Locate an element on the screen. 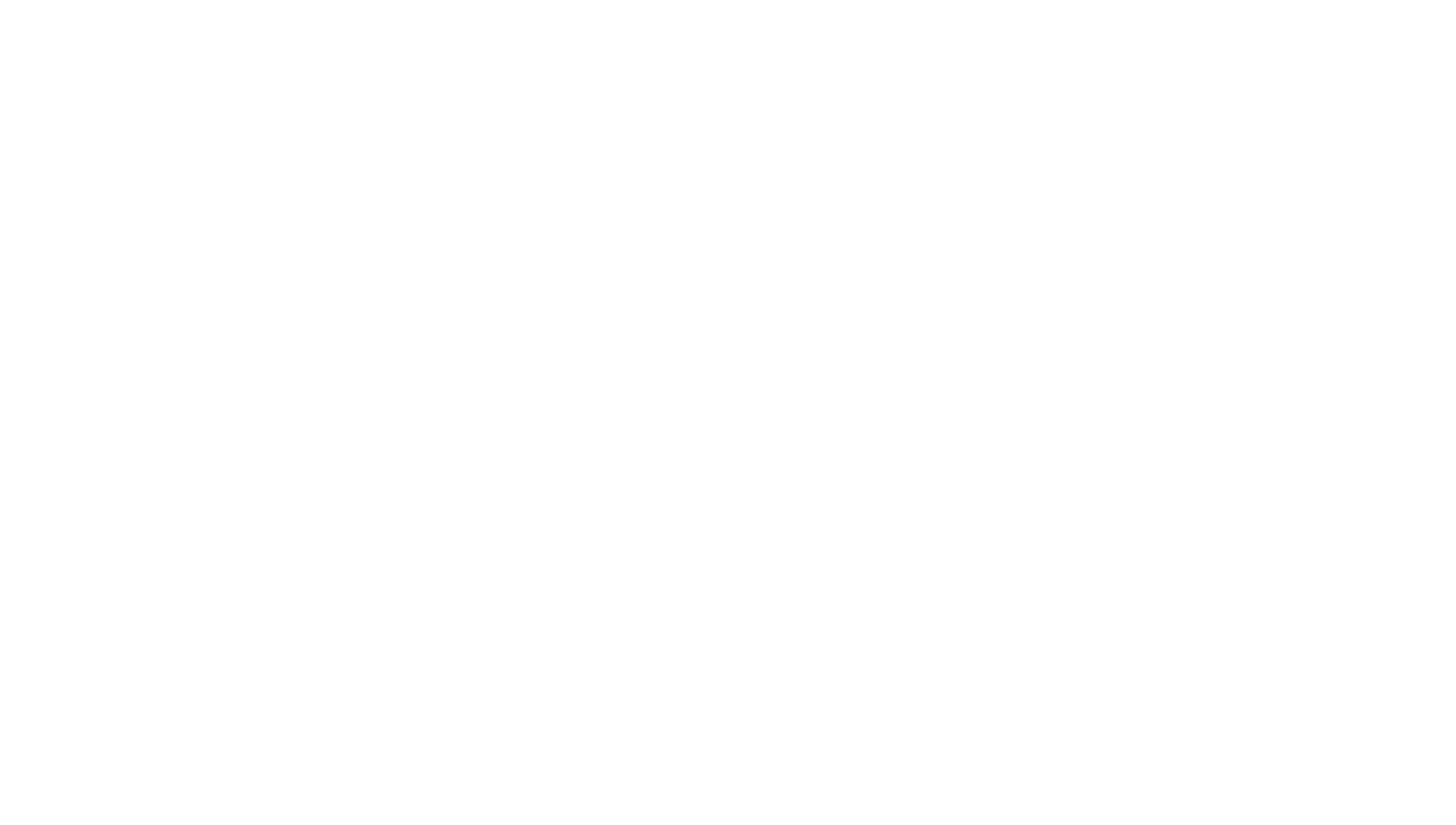 This screenshot has width=1456, height=825. 'Roswell Pro Audio Aztec – A Mix Real-World Review' is located at coordinates (648, 673).